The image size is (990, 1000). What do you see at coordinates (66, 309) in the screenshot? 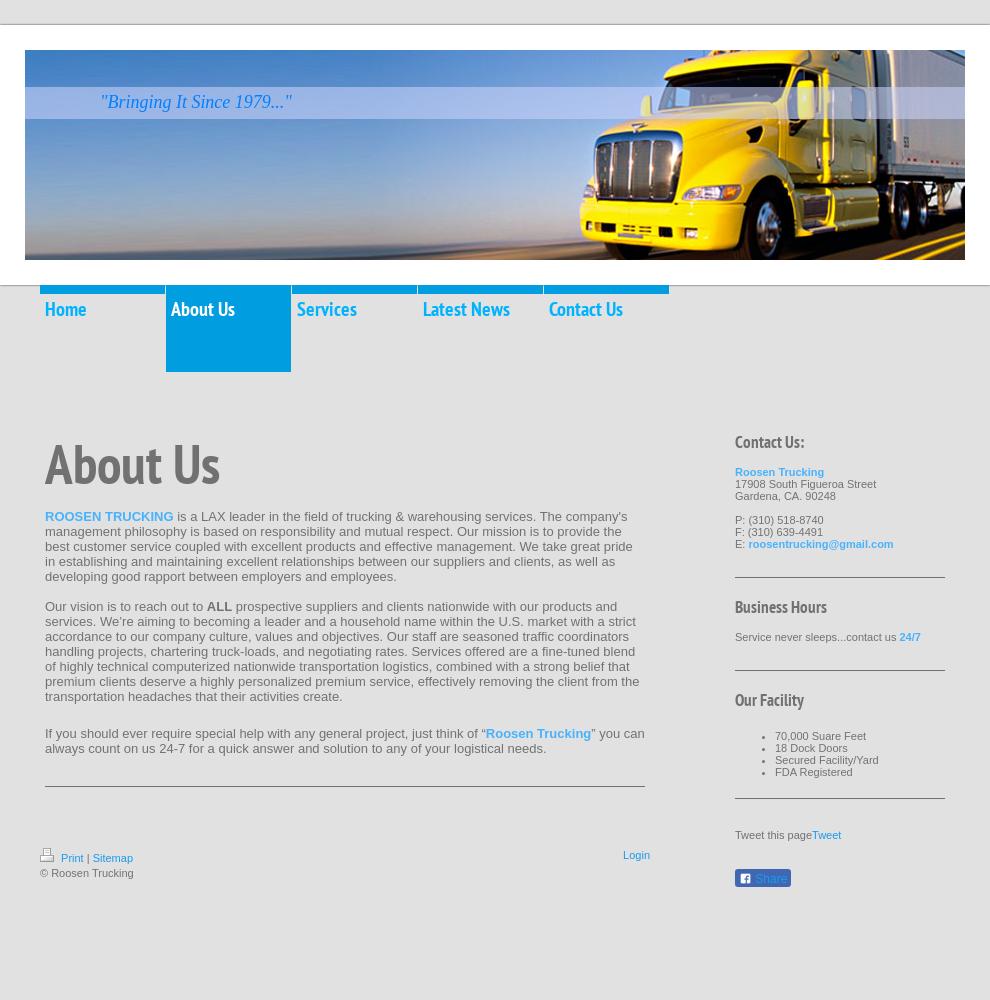
I see `'Home'` at bounding box center [66, 309].